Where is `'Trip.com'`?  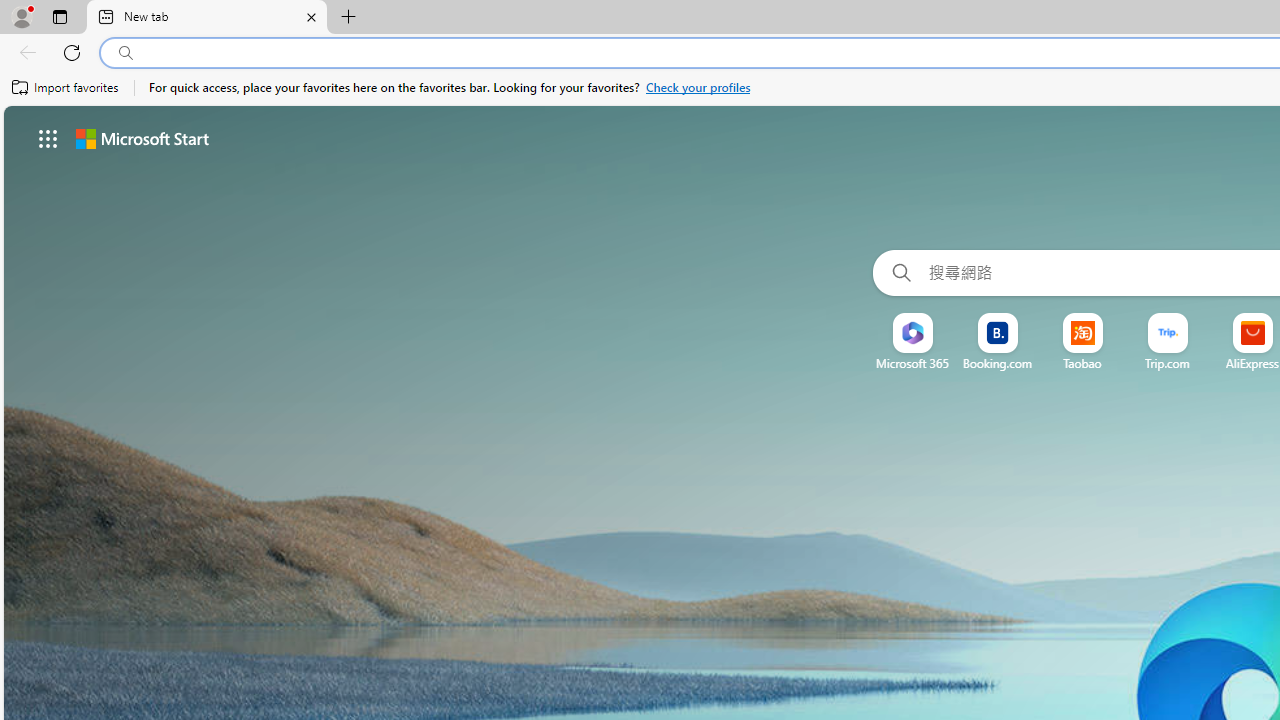
'Trip.com' is located at coordinates (1168, 363).